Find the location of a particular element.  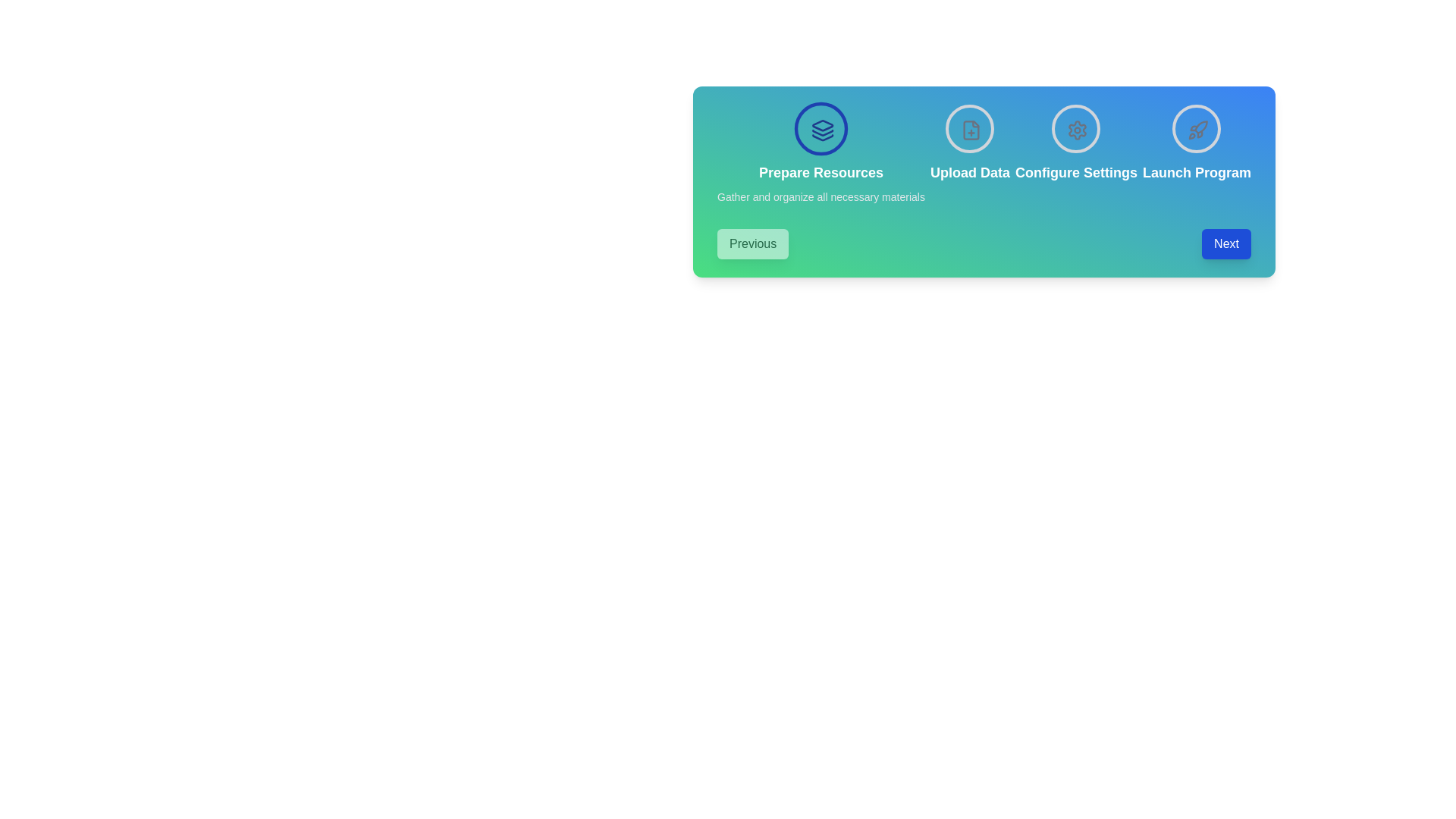

the step icon corresponding to Launch Program is located at coordinates (1196, 127).